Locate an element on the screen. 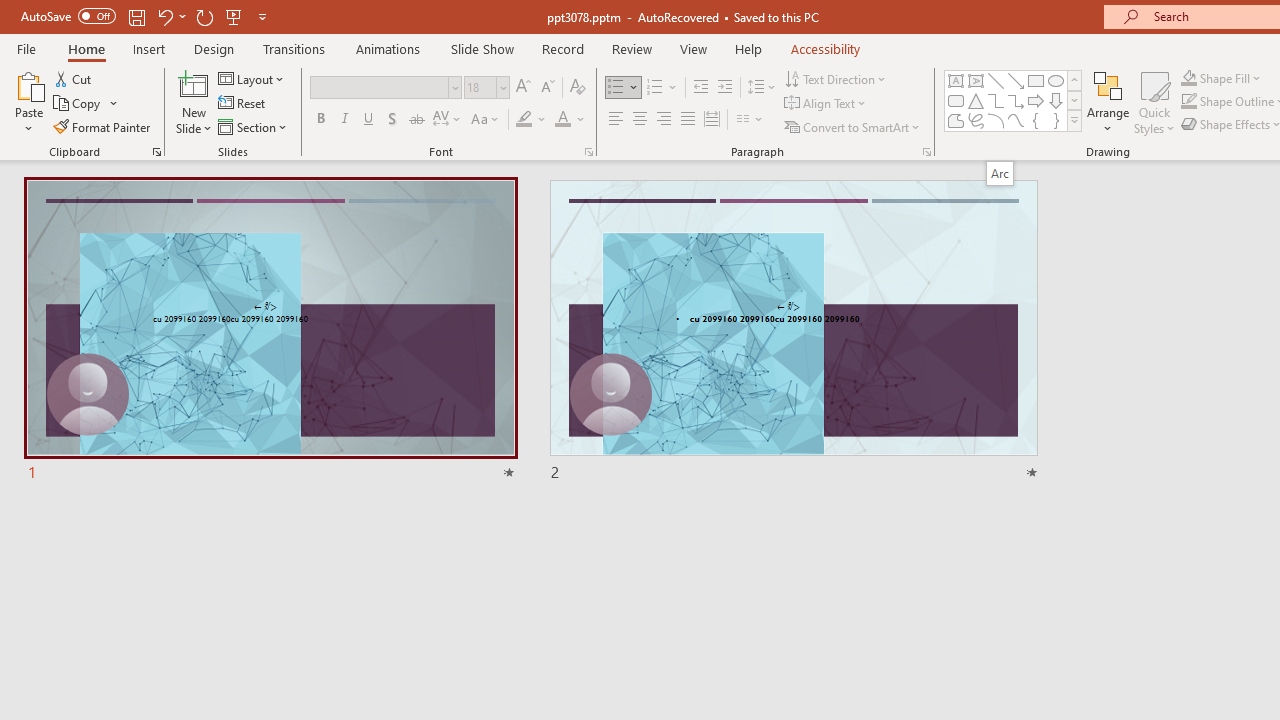  'Clear Formatting' is located at coordinates (576, 86).